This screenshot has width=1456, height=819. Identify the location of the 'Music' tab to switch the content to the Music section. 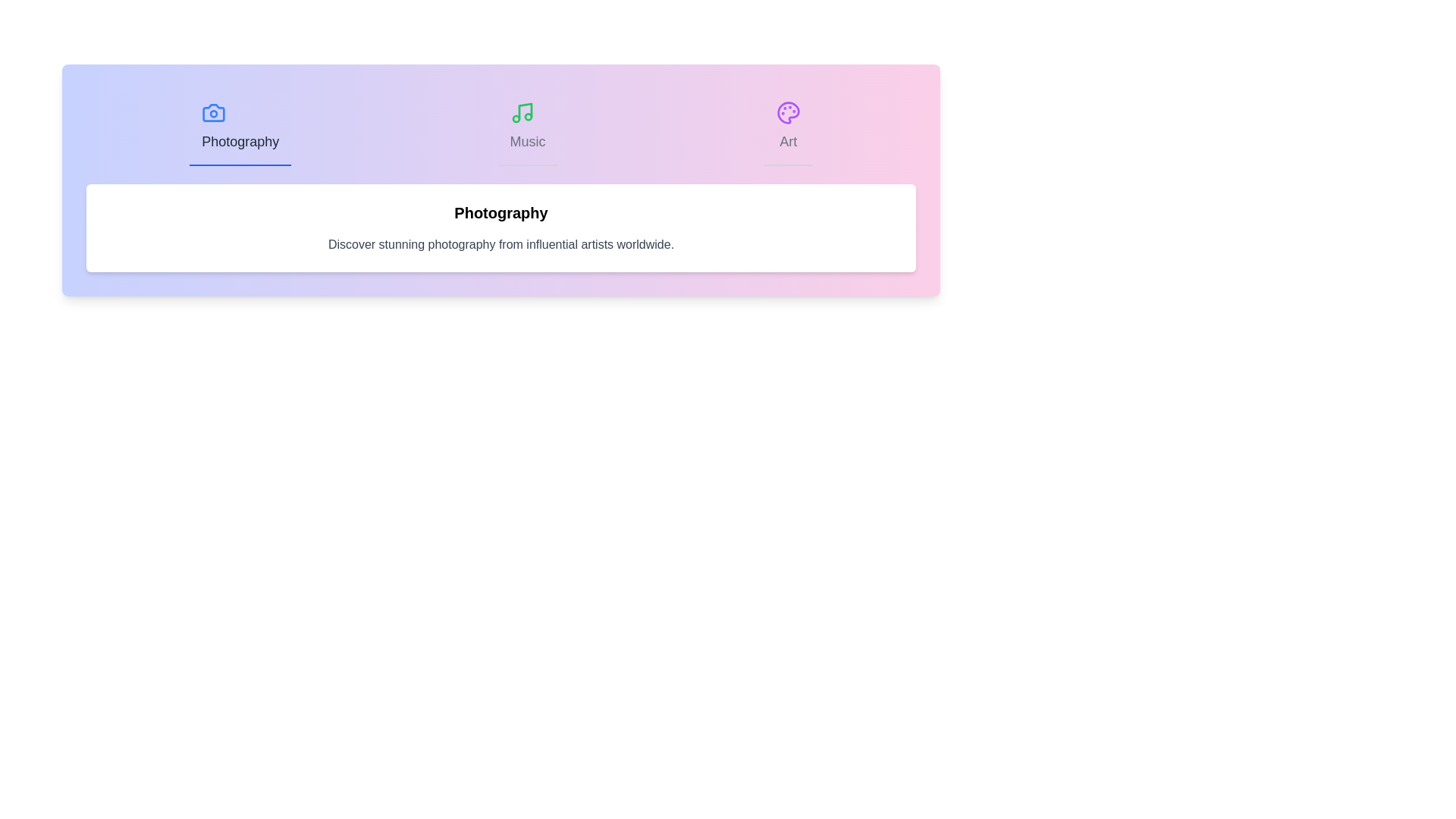
(528, 127).